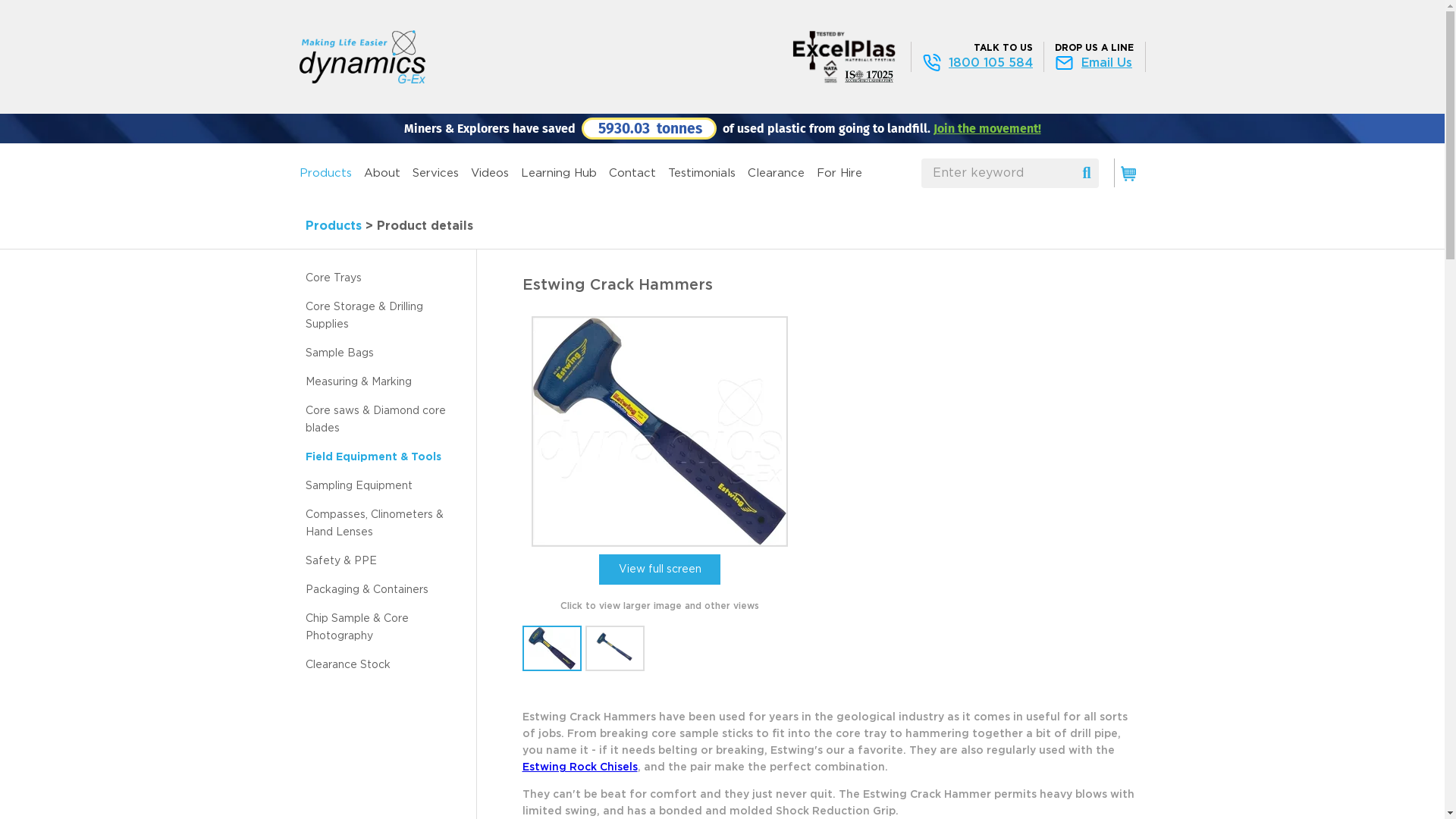 Image resolution: width=1456 pixels, height=819 pixels. Describe the element at coordinates (632, 172) in the screenshot. I see `'Contact'` at that location.